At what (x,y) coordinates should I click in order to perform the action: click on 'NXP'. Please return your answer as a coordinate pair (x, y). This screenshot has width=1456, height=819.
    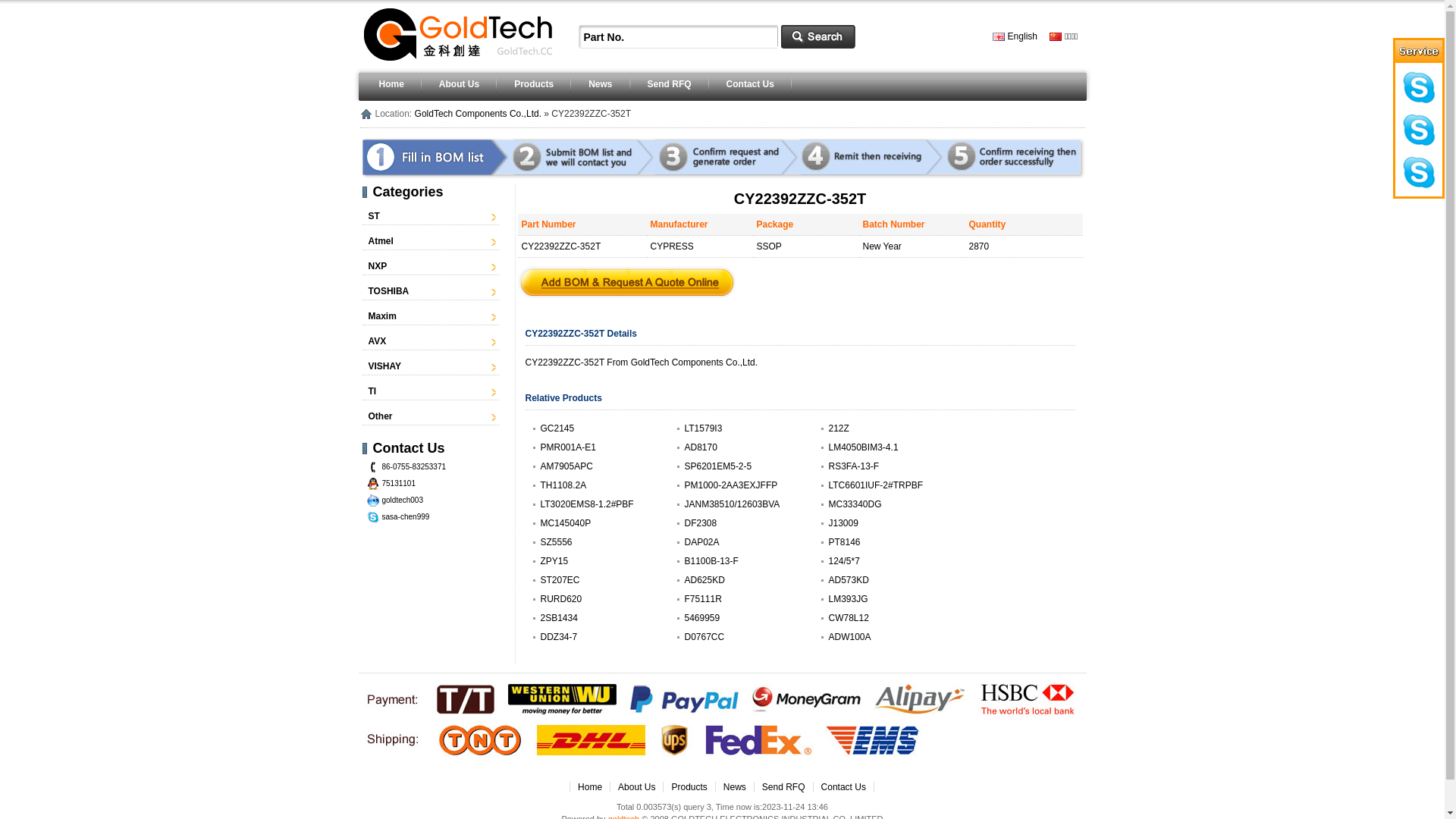
    Looking at the image, I should click on (378, 265).